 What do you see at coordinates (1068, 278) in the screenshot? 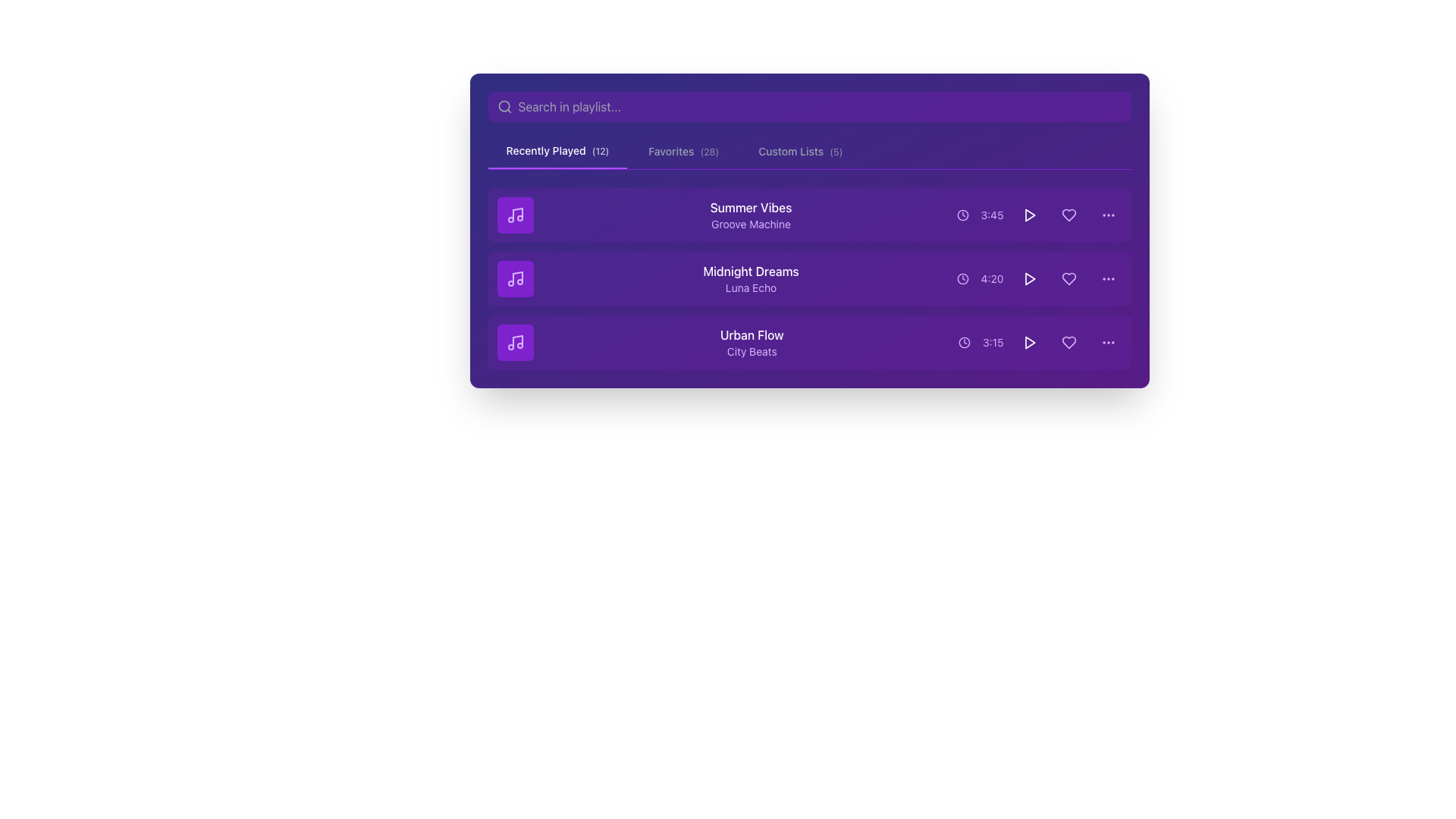
I see `the heart icon with a purple outline in the 'Midnight Dreams' track of the playlist` at bounding box center [1068, 278].